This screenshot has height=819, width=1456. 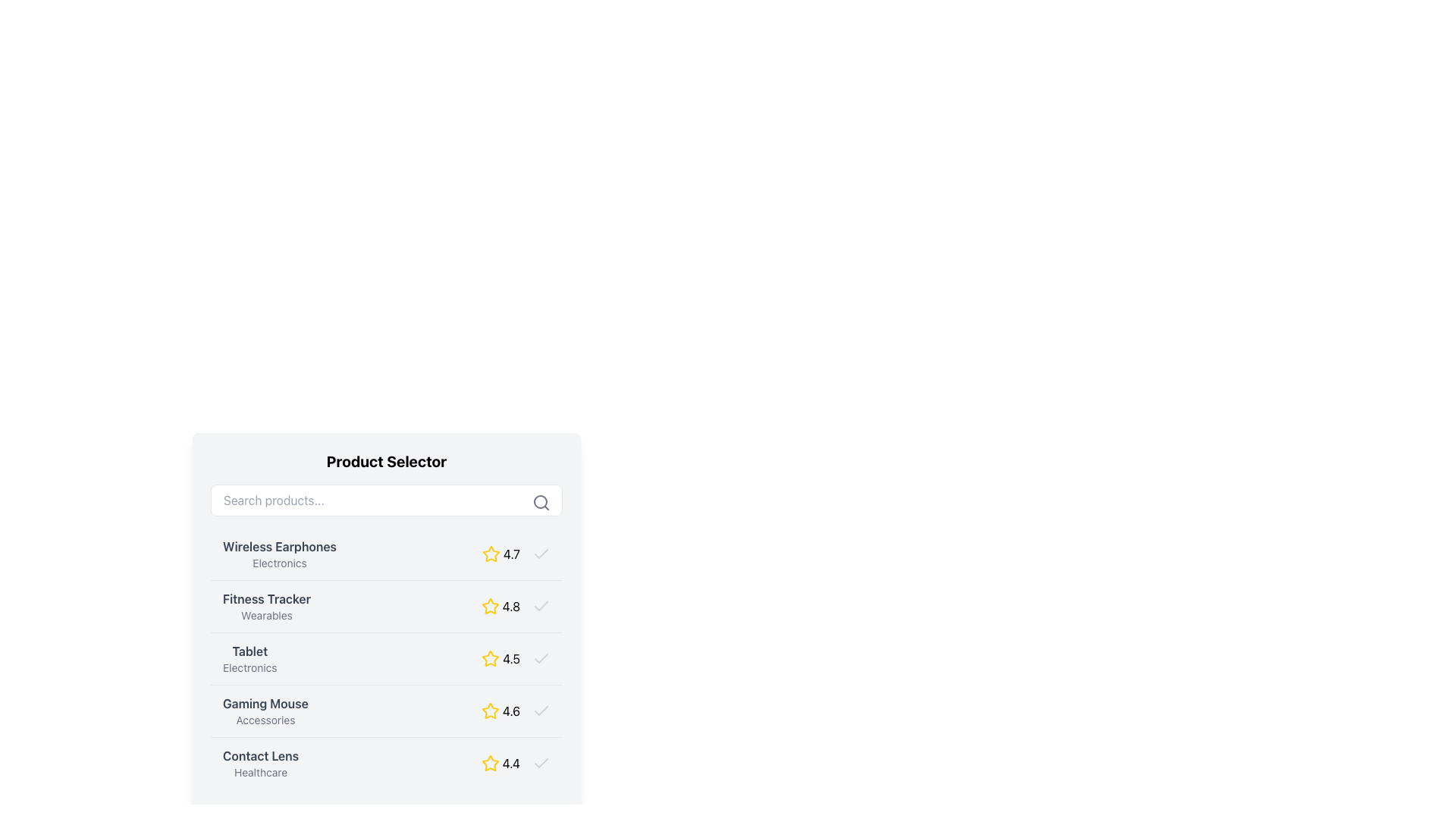 I want to click on the Text label that identifies the product category as 'Tablet' within the vertically stacked list under 'Product Selector', so click(x=249, y=657).